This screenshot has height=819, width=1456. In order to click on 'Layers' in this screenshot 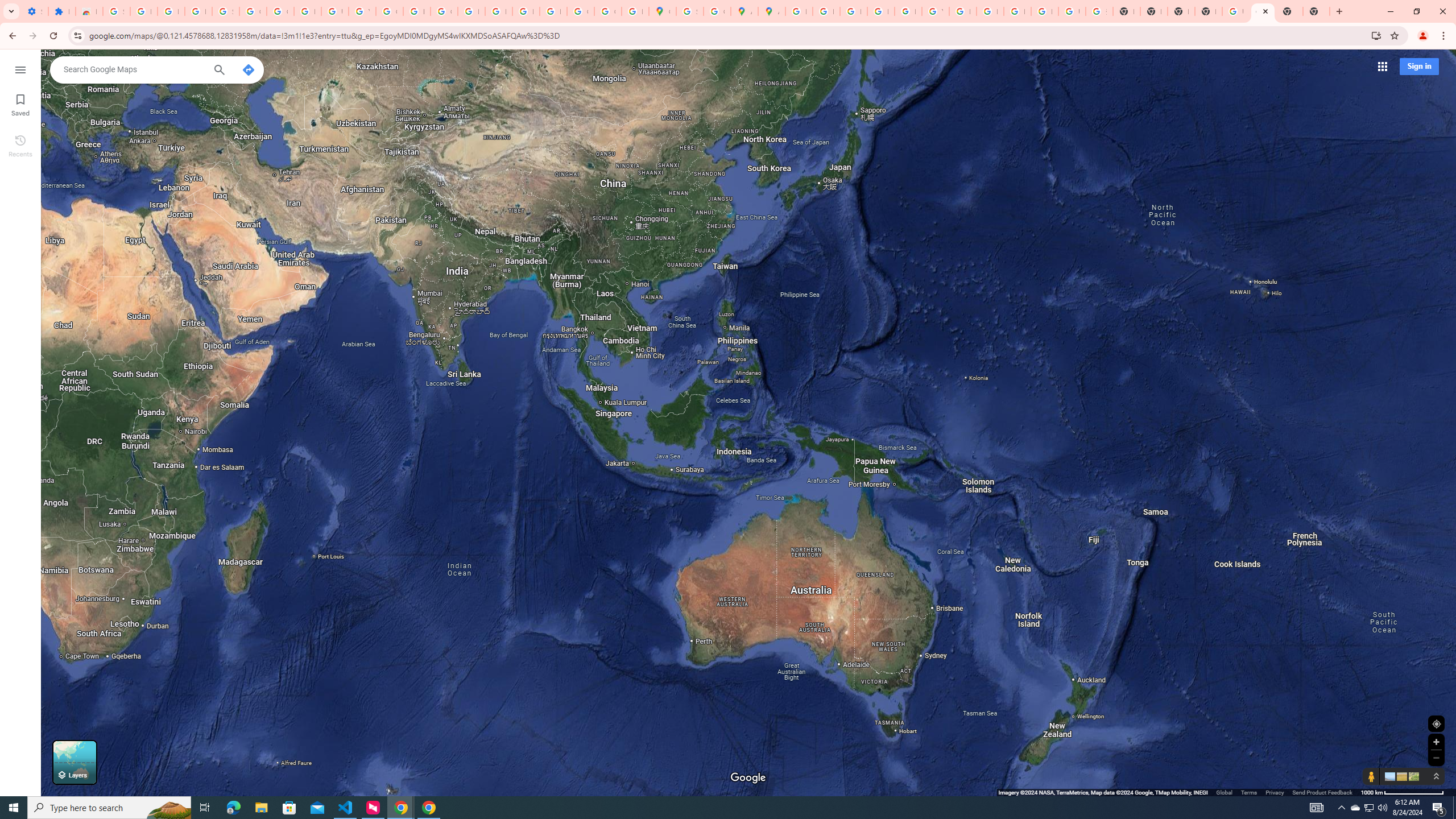, I will do `click(74, 762)`.